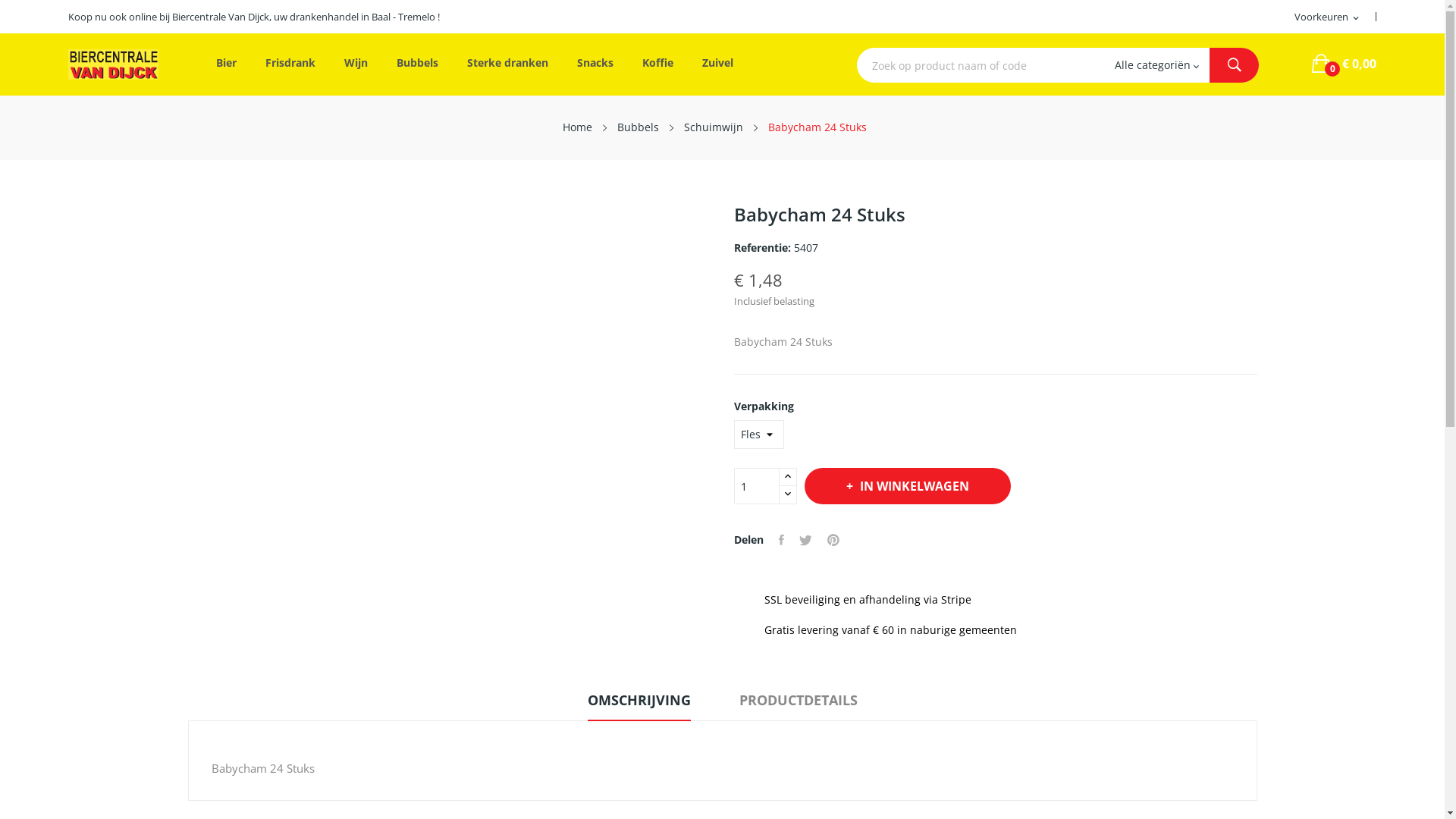 This screenshot has height=819, width=1456. I want to click on 'Koffie', so click(657, 63).